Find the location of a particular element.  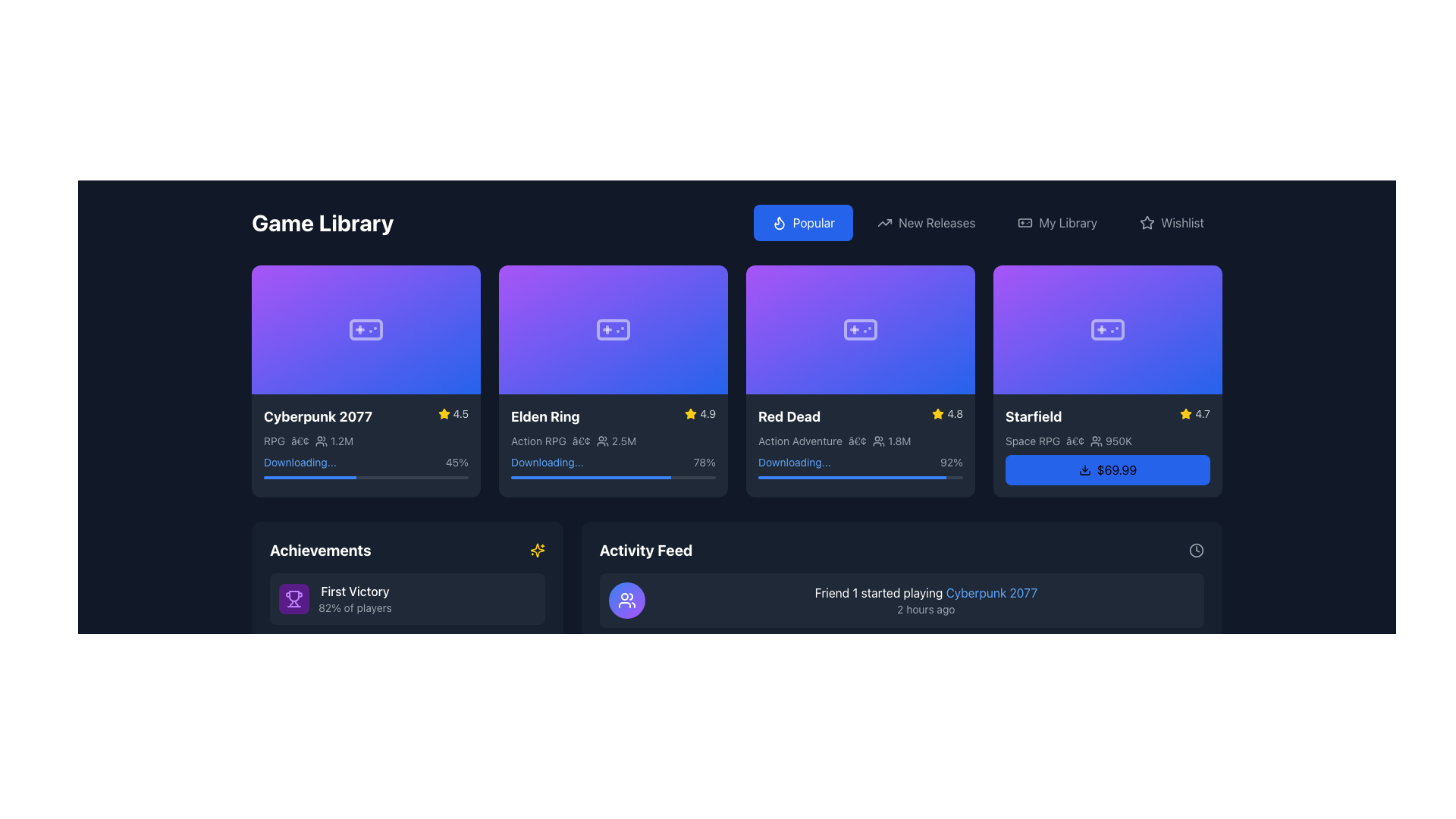

game's name displayed in the Composite content display (title and rating indicator) for the game 'Starfield', located at the topmost part of the fourth content card in the game's listing is located at coordinates (1107, 416).